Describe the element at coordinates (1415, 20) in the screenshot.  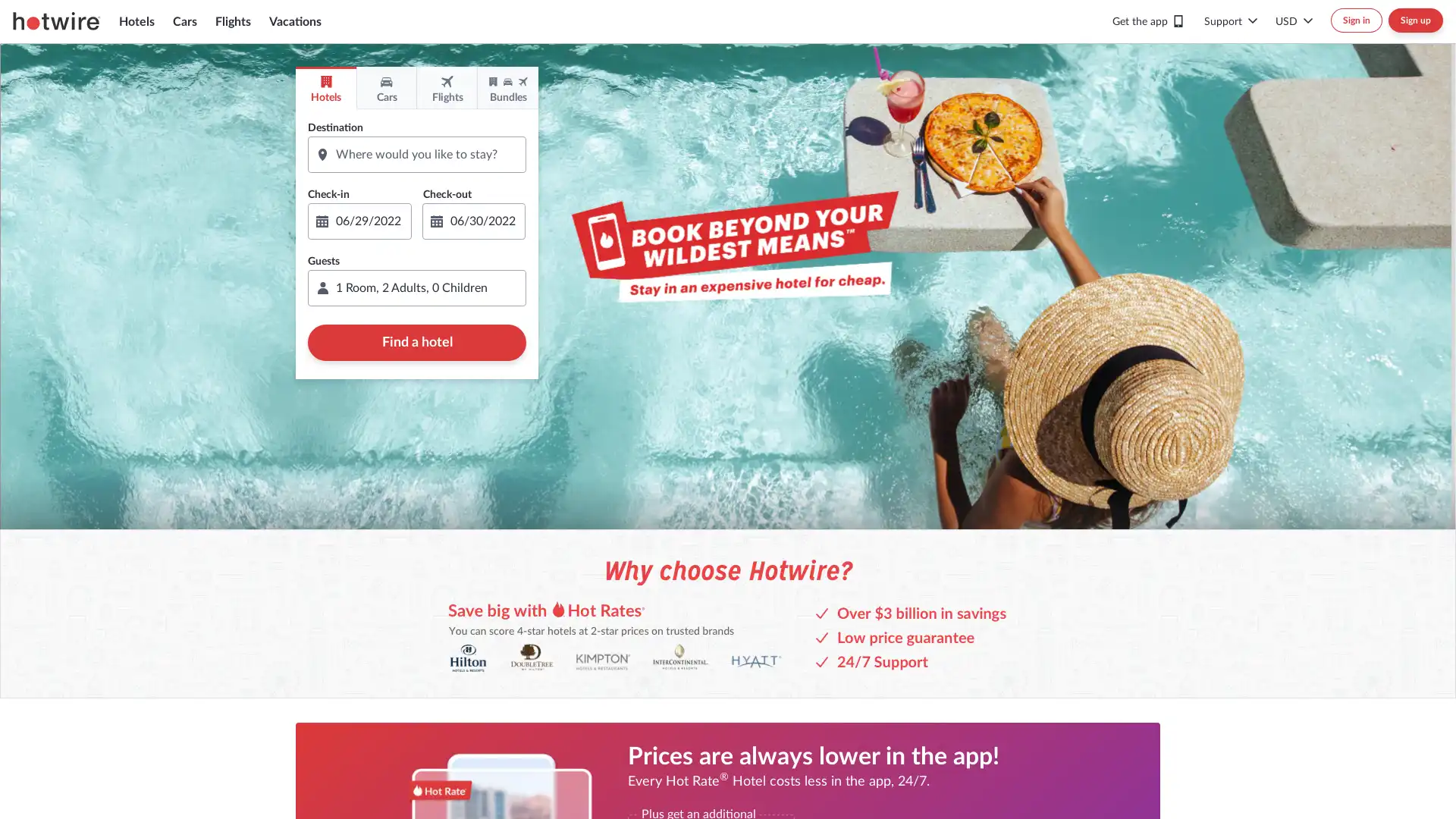
I see `Sign up` at that location.